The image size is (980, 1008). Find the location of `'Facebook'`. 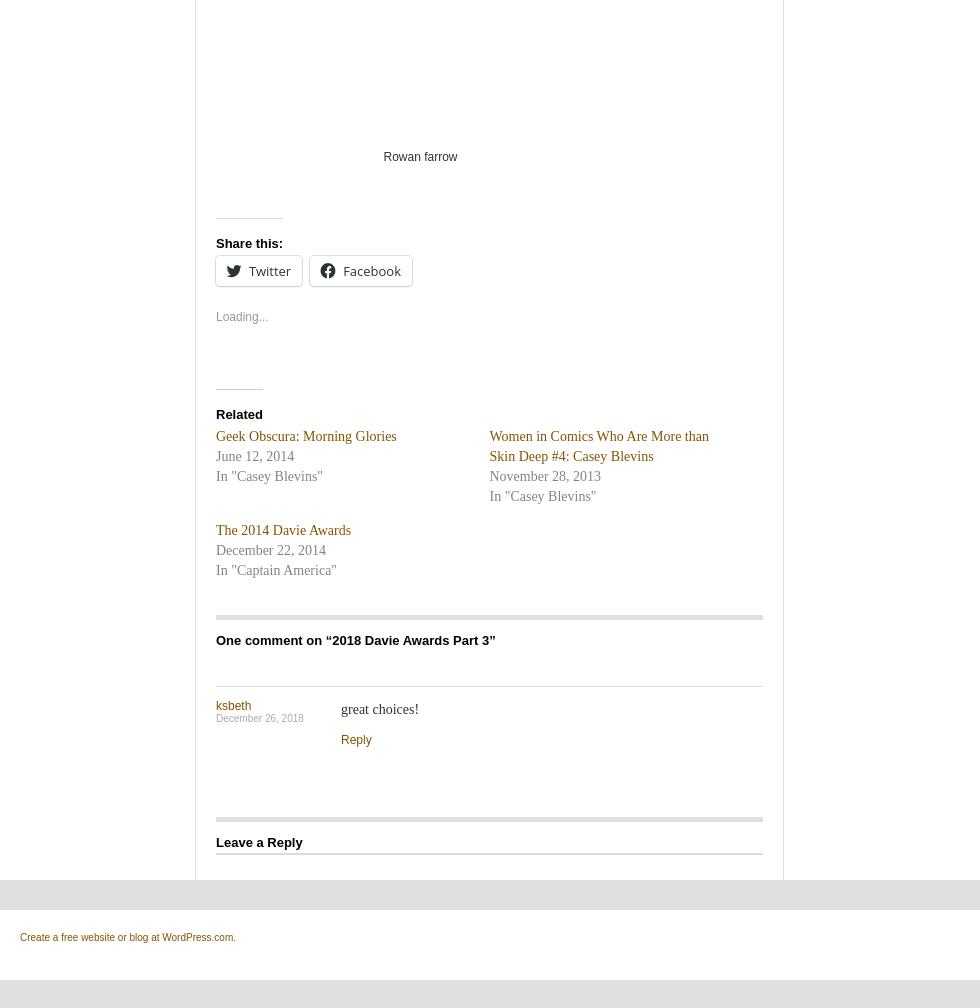

'Facebook' is located at coordinates (372, 270).